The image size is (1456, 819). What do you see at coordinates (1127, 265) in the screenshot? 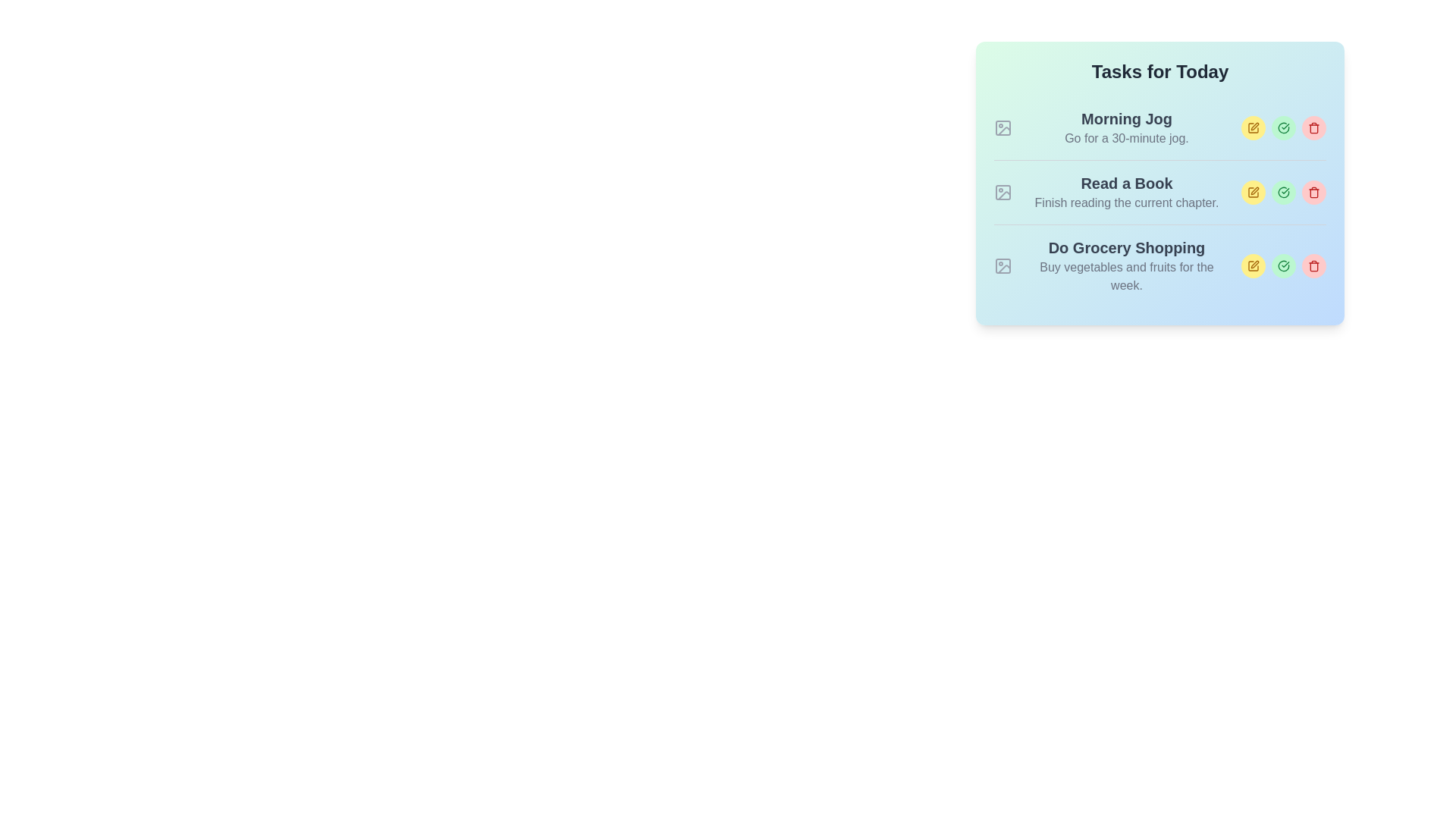
I see `keyboard navigation` at bounding box center [1127, 265].